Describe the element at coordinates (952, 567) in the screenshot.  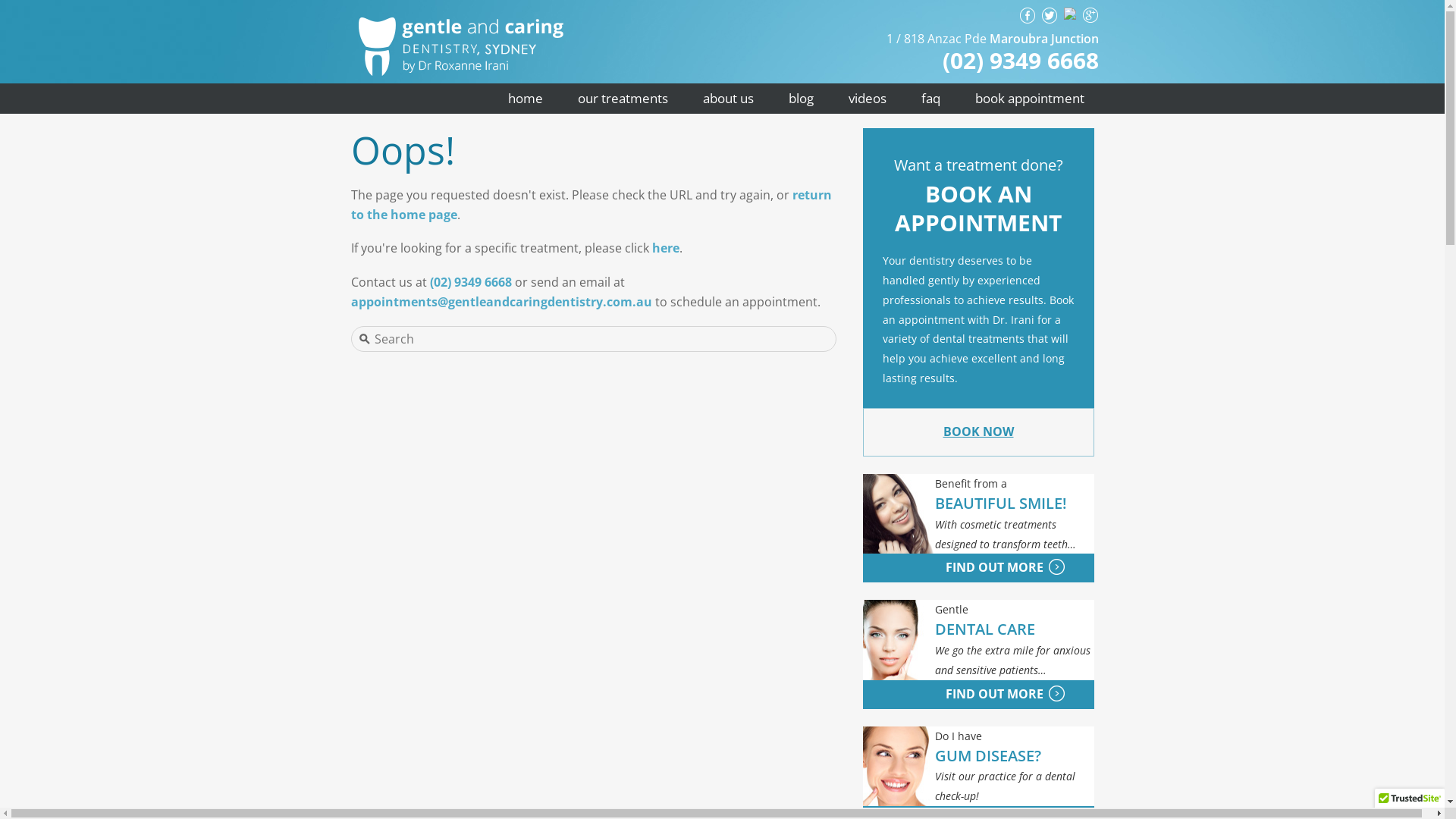
I see `'FIND OUT MORE'` at that location.